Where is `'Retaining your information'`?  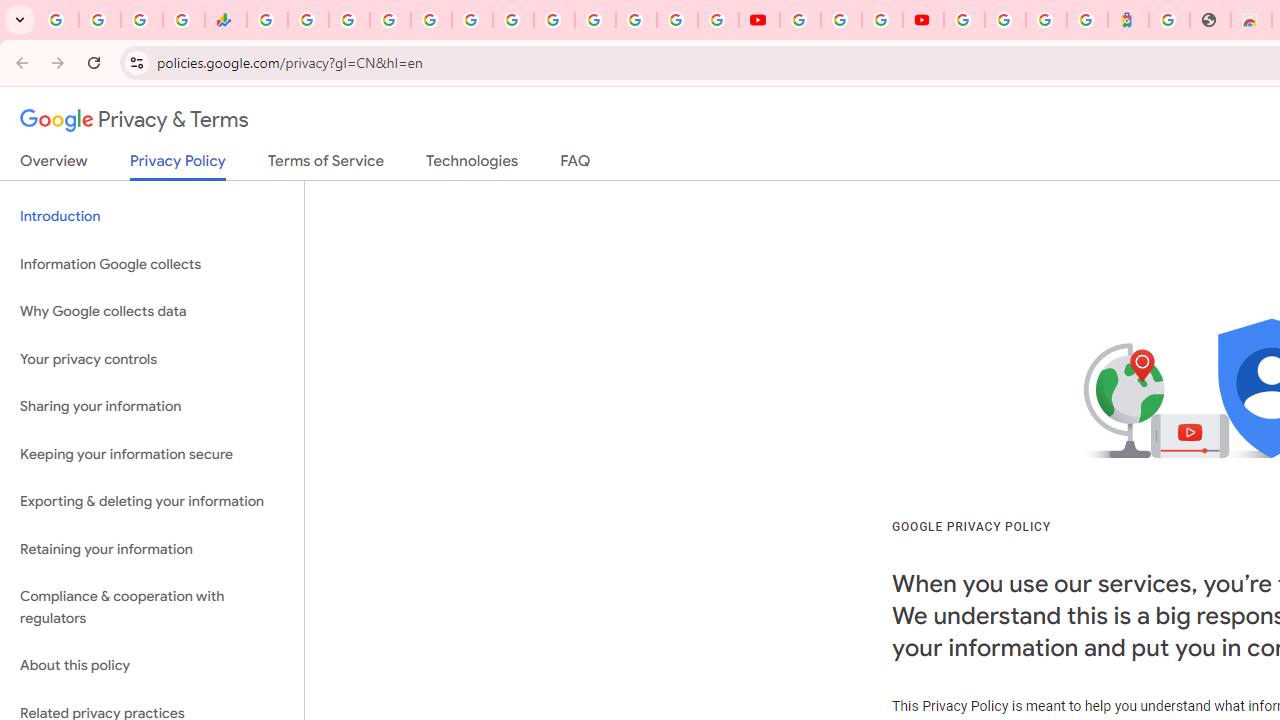 'Retaining your information' is located at coordinates (151, 549).